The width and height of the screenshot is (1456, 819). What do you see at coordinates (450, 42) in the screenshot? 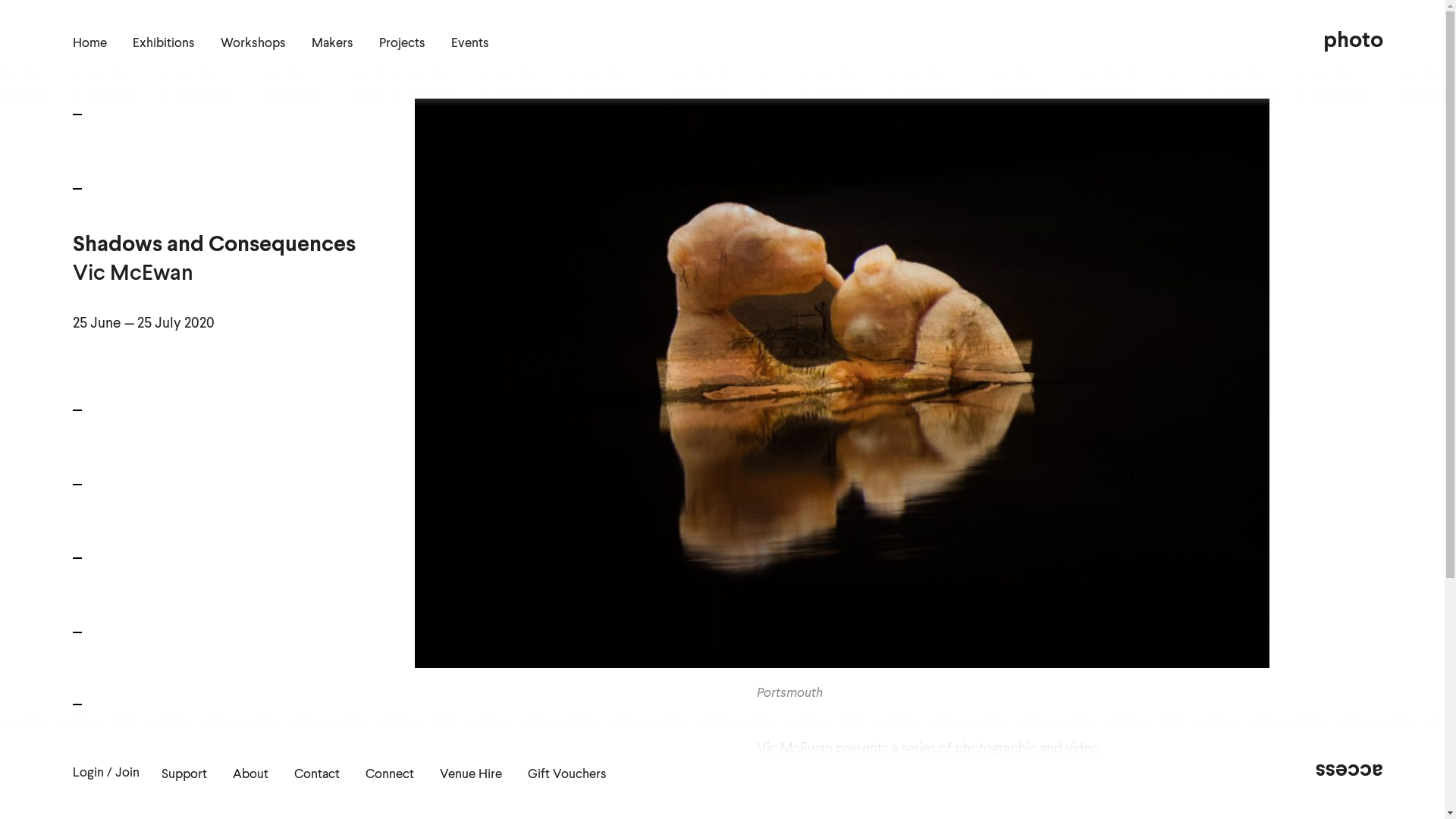
I see `'Events'` at bounding box center [450, 42].